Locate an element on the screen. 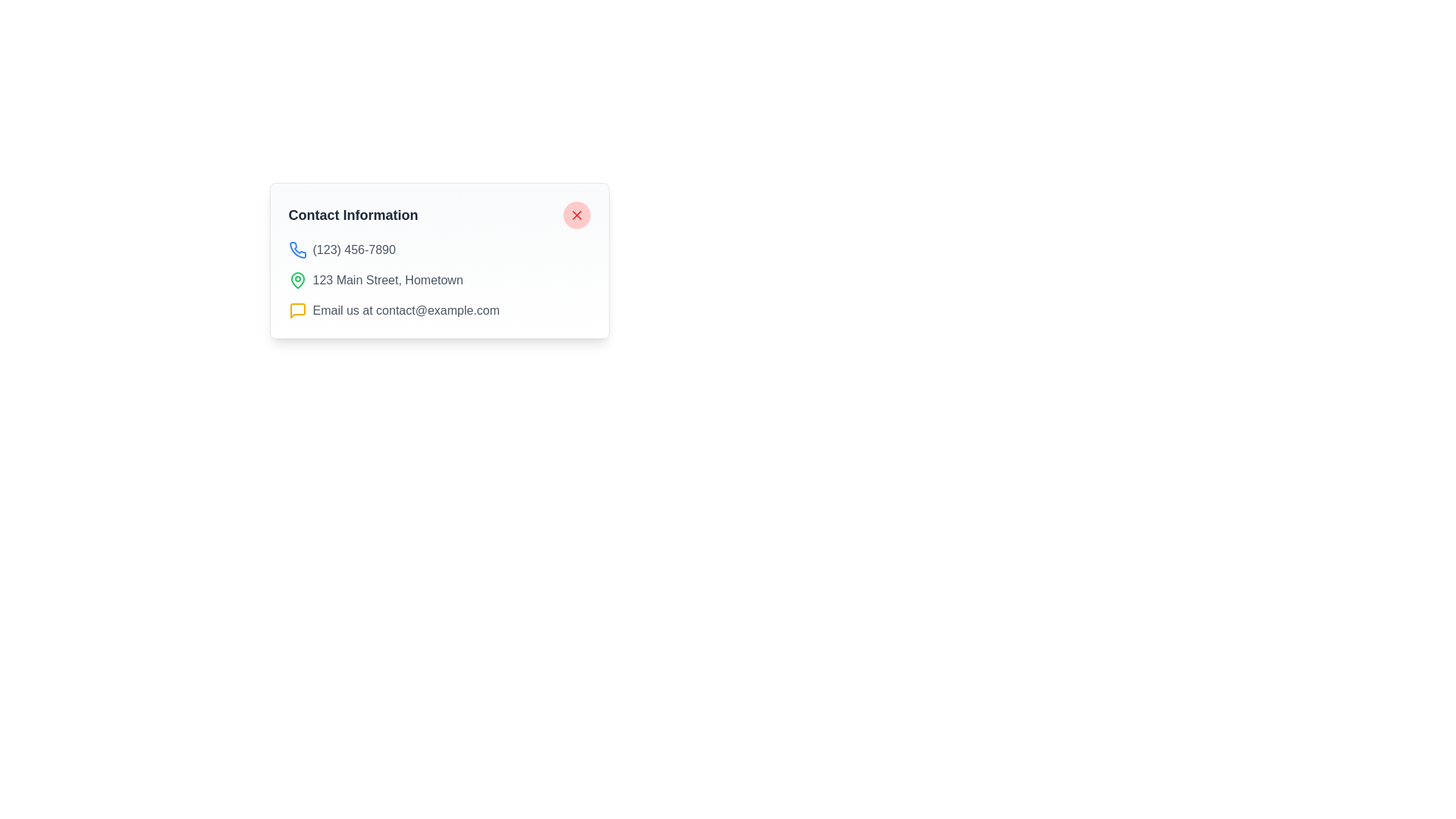  the static text element displaying the phone number is located at coordinates (353, 249).